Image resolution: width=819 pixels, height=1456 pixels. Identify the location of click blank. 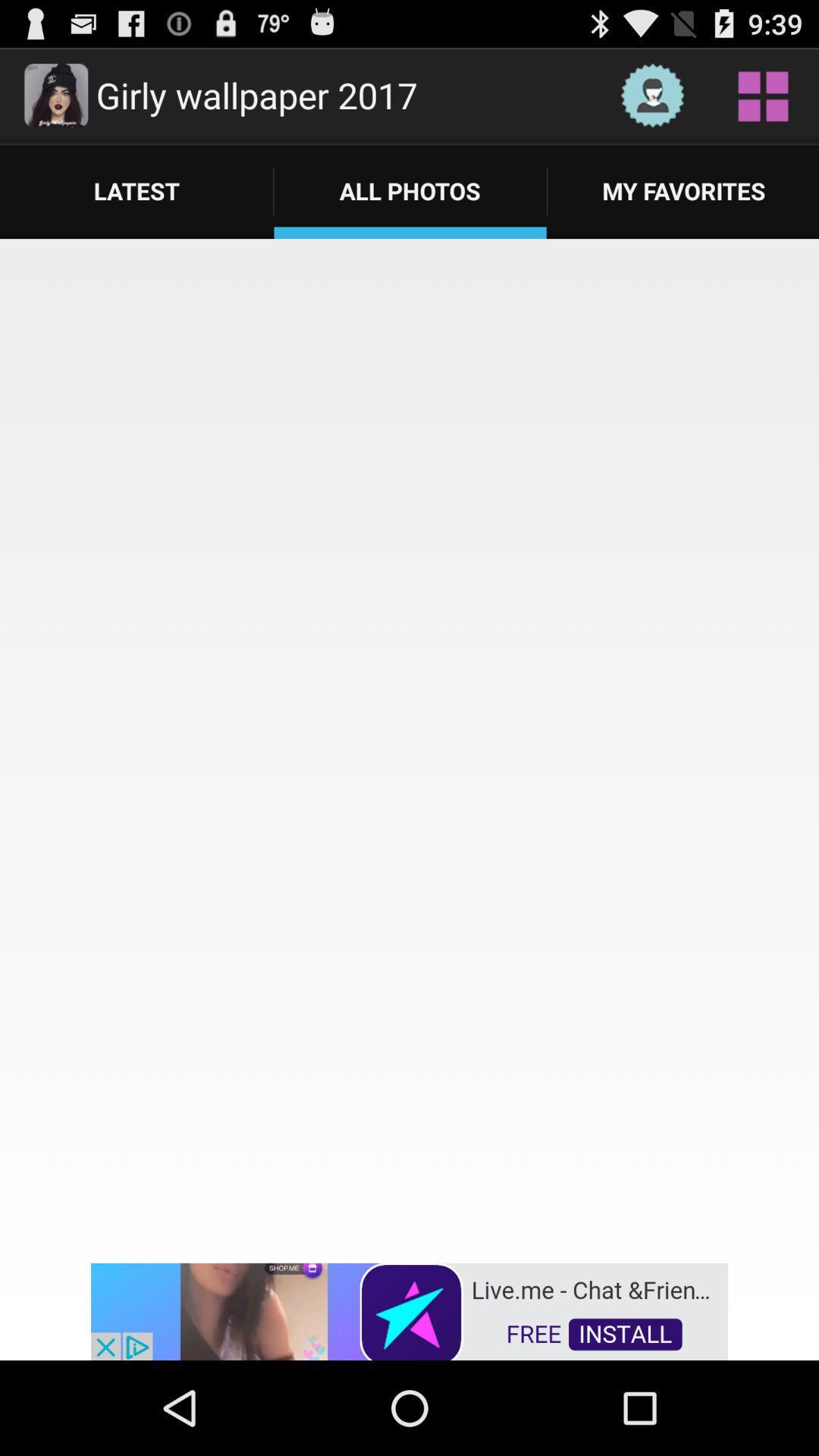
(409, 749).